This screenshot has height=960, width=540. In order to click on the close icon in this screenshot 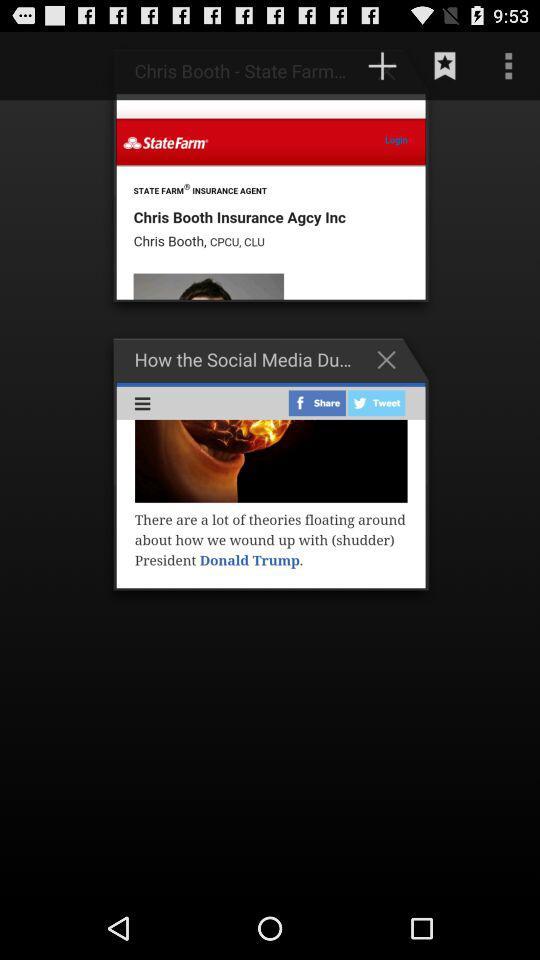, I will do `click(391, 383)`.